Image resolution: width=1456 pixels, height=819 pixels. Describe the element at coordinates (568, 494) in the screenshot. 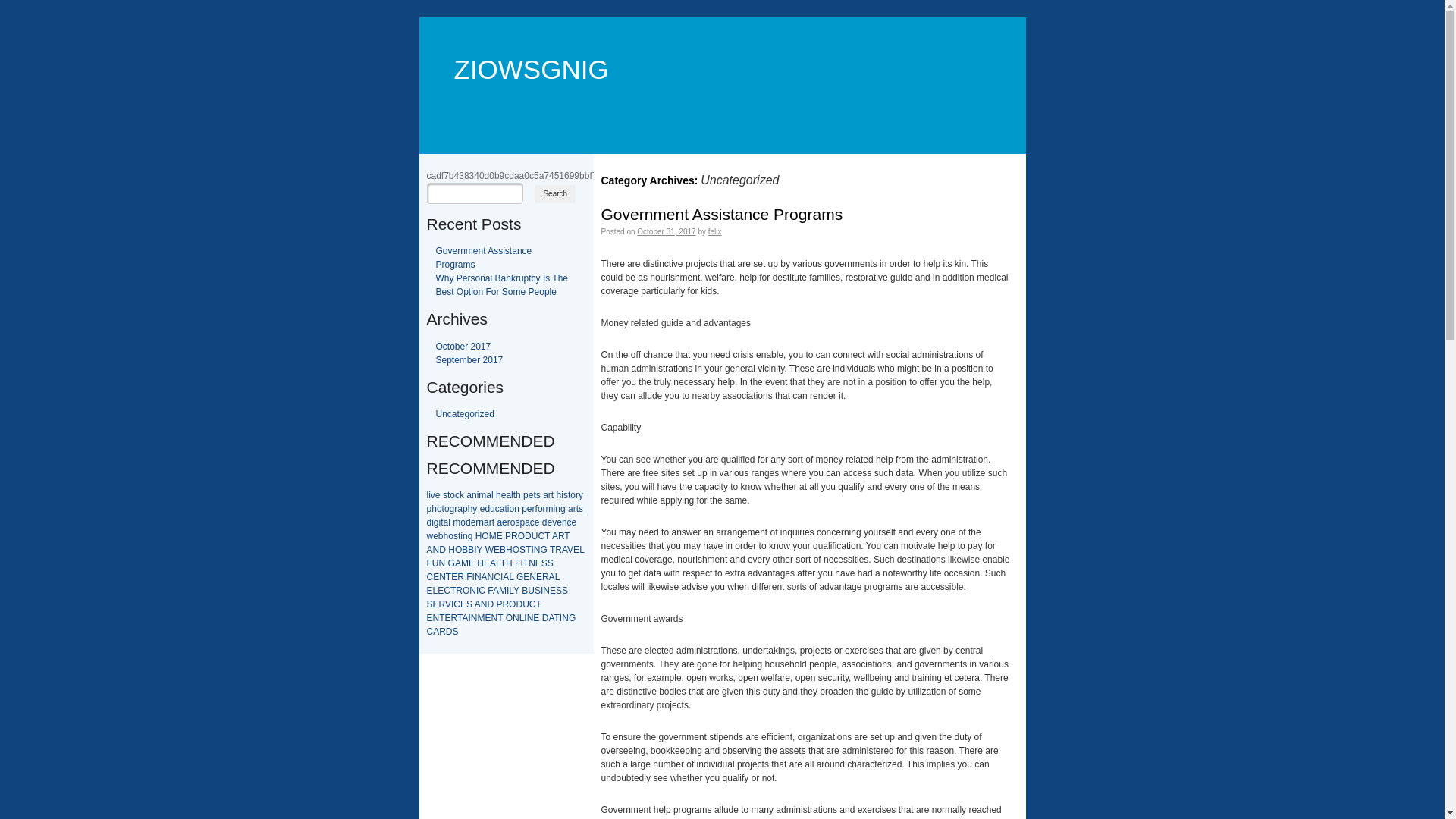

I see `'t'` at that location.